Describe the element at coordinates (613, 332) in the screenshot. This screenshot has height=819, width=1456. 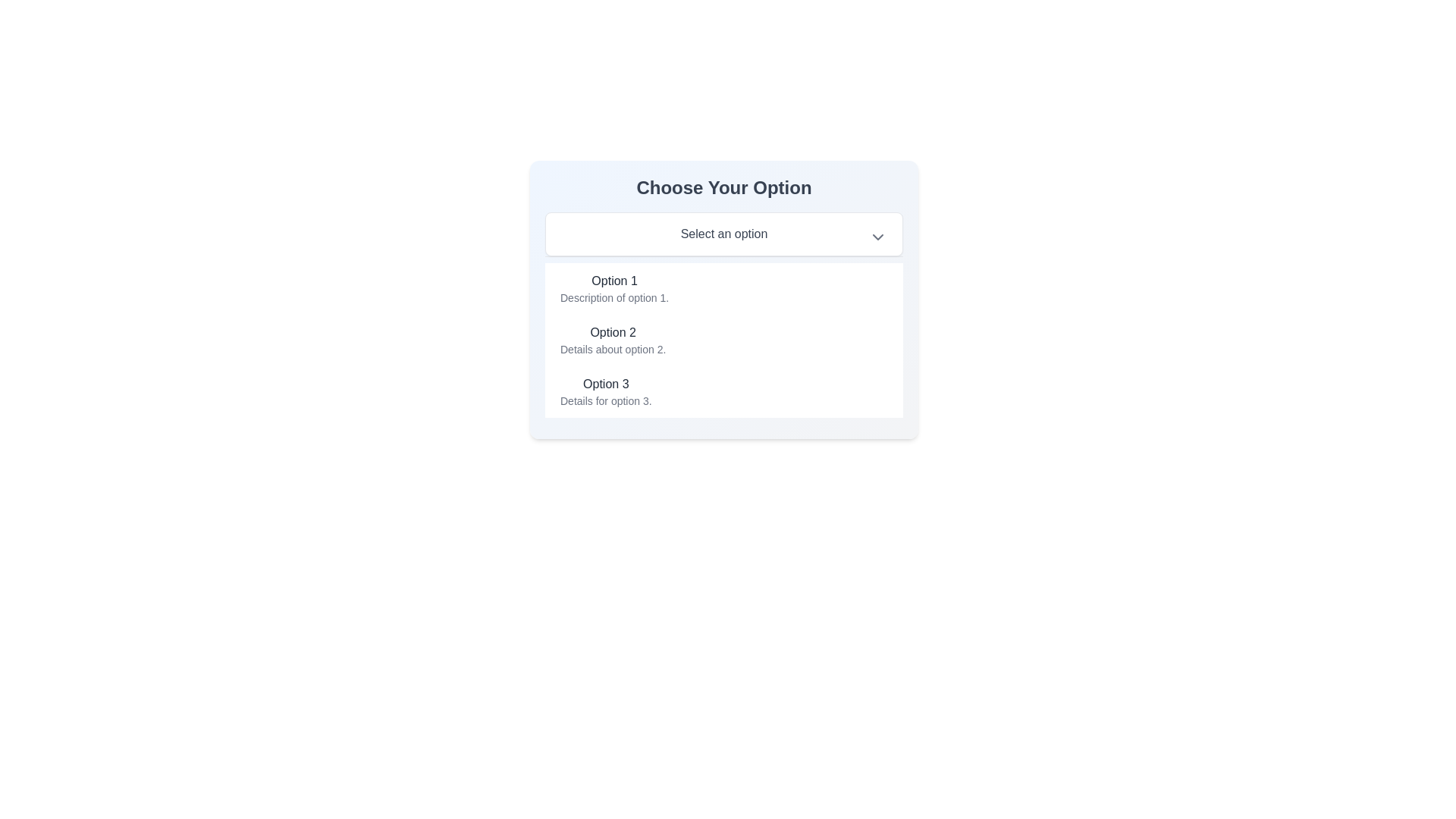
I see `the Text label that serves as a clear and distinct label for an option in the selectable list, positioned between 'Option 1' and the description text 'Details about option 2'` at that location.